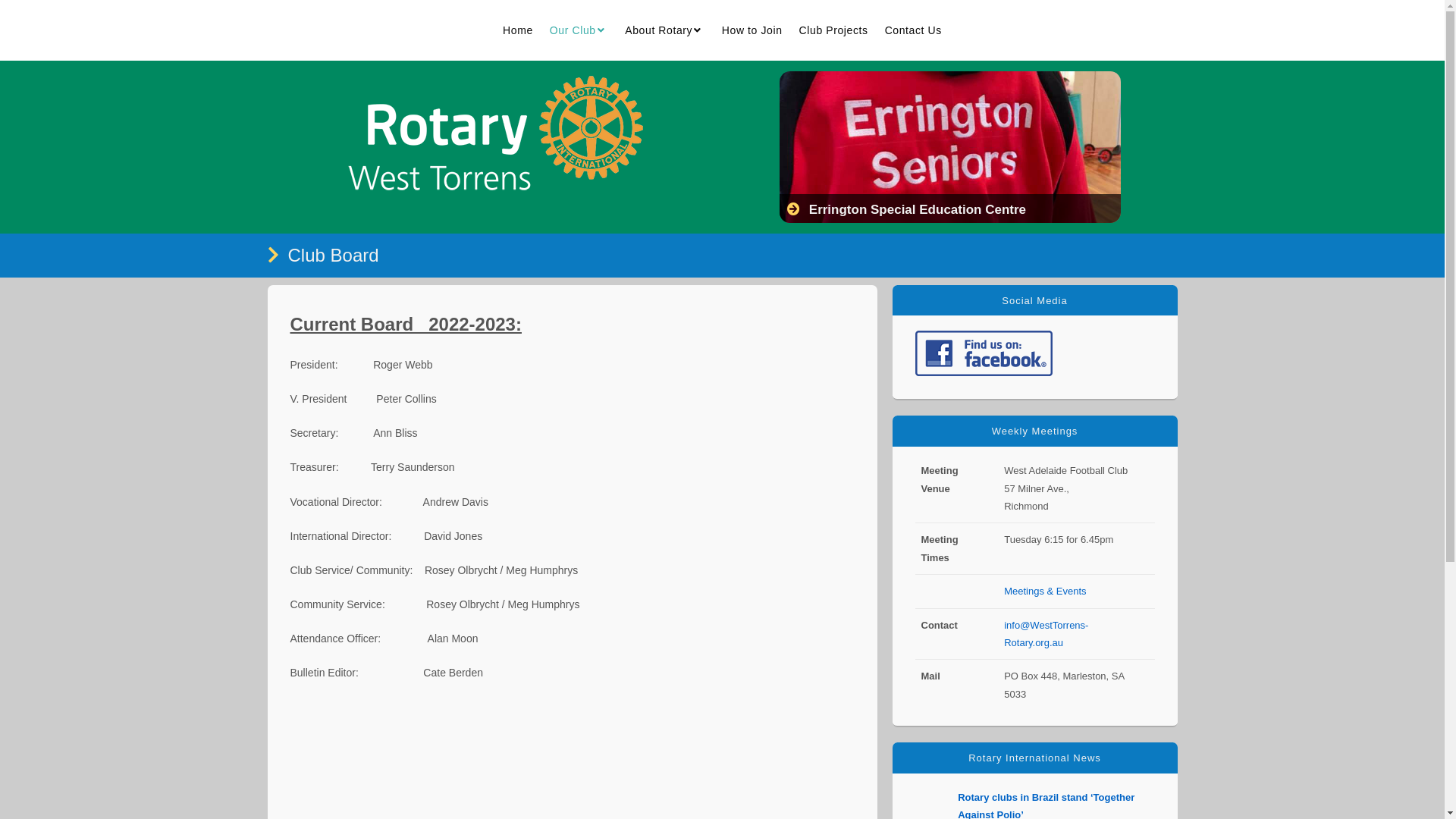  Describe the element at coordinates (517, 30) in the screenshot. I see `'Home'` at that location.